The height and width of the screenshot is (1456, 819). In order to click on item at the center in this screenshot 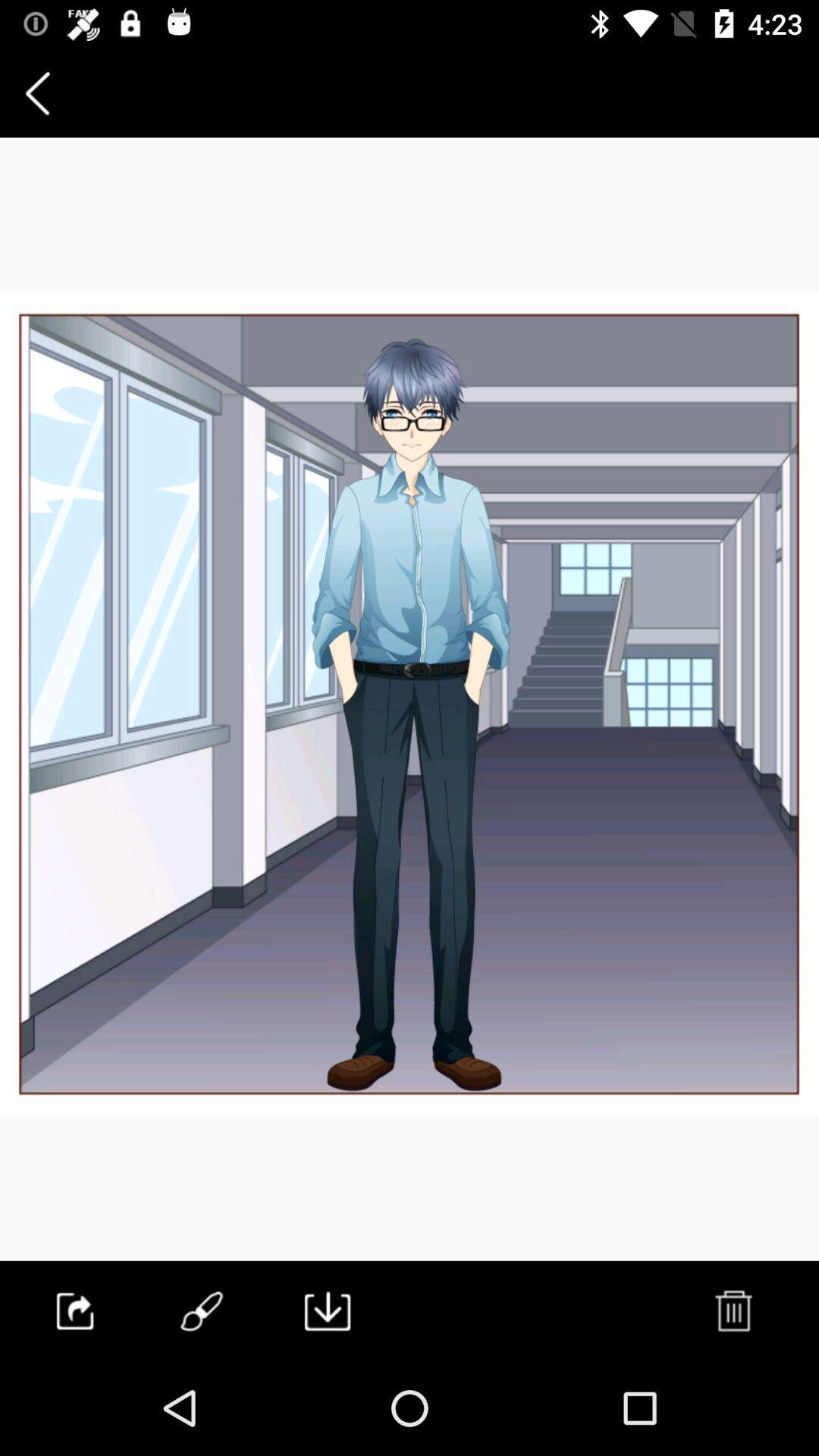, I will do `click(409, 703)`.